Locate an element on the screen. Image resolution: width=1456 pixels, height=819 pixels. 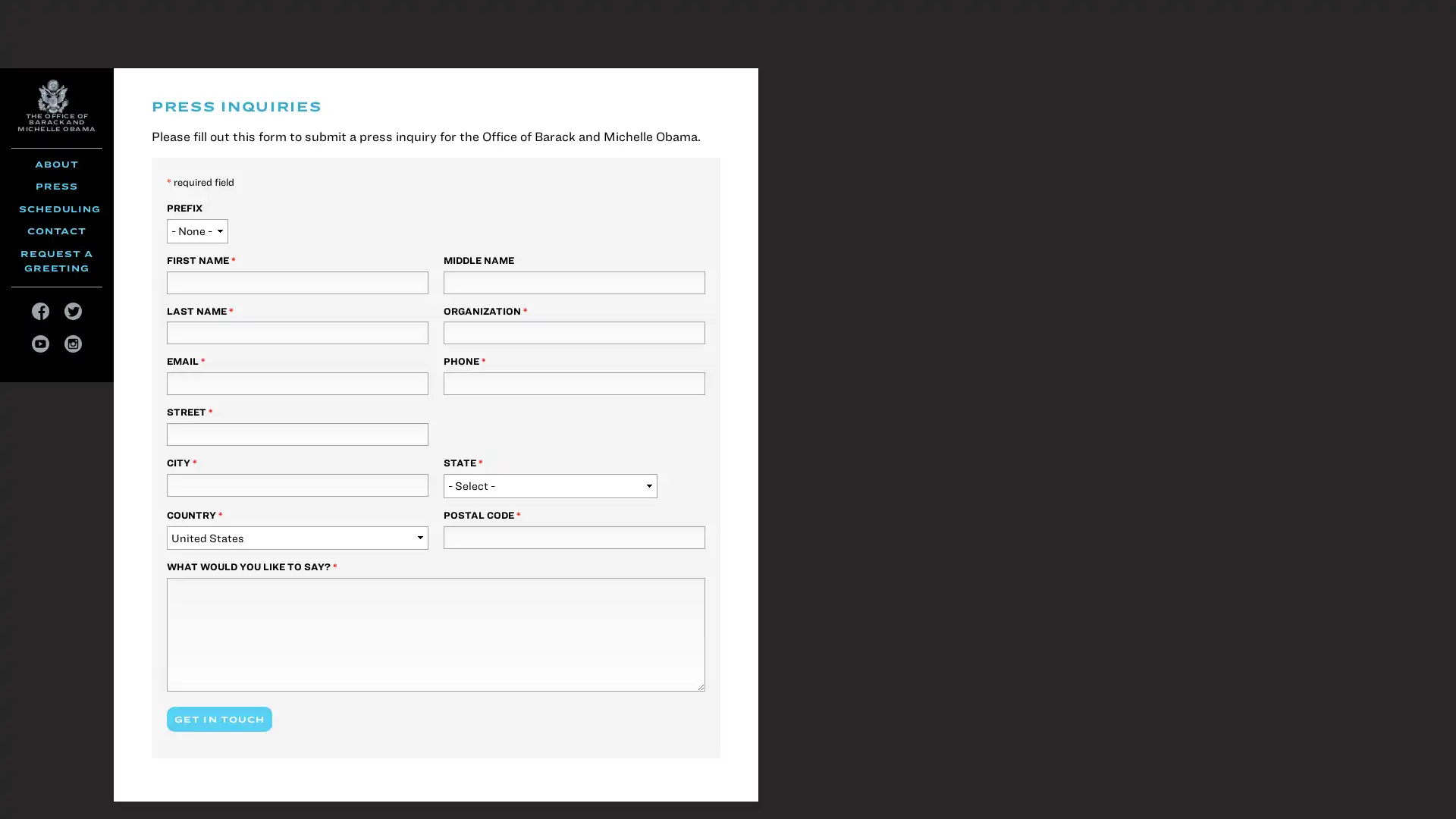
GET IN TOUCH is located at coordinates (218, 718).